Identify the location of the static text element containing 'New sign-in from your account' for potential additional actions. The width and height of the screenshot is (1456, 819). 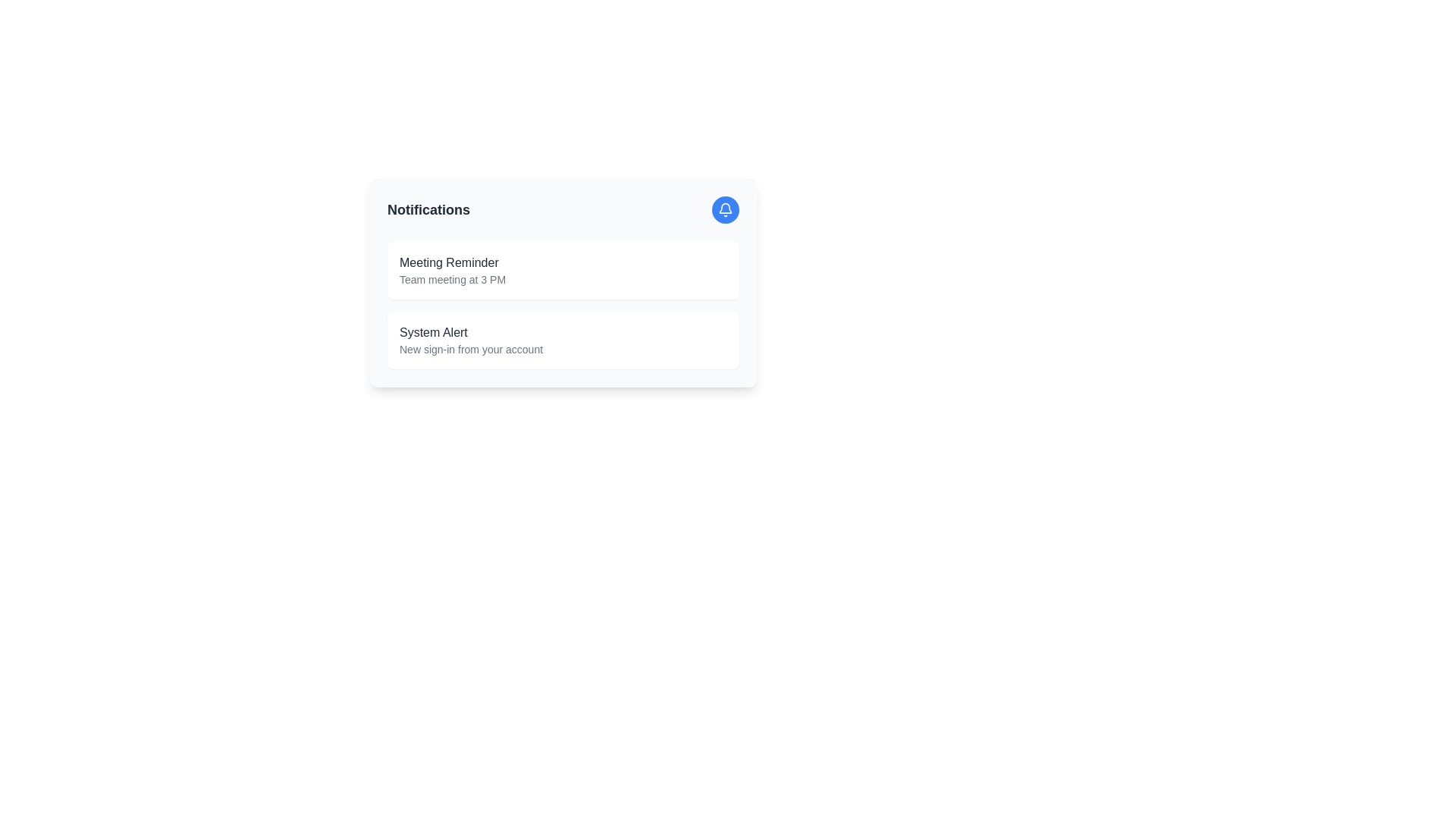
(470, 350).